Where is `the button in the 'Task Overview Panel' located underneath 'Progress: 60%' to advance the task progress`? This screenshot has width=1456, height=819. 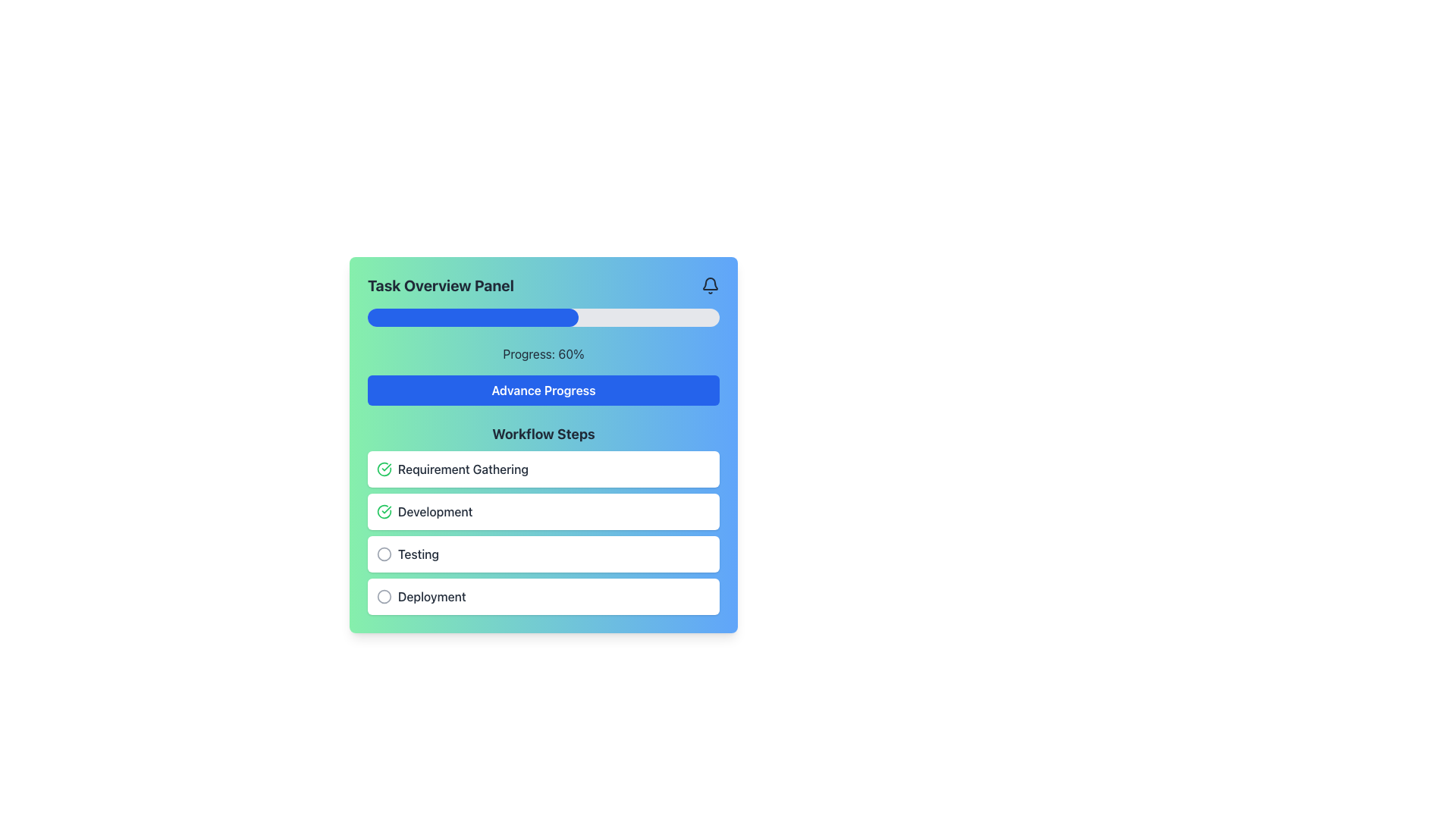 the button in the 'Task Overview Panel' located underneath 'Progress: 60%' to advance the task progress is located at coordinates (543, 390).